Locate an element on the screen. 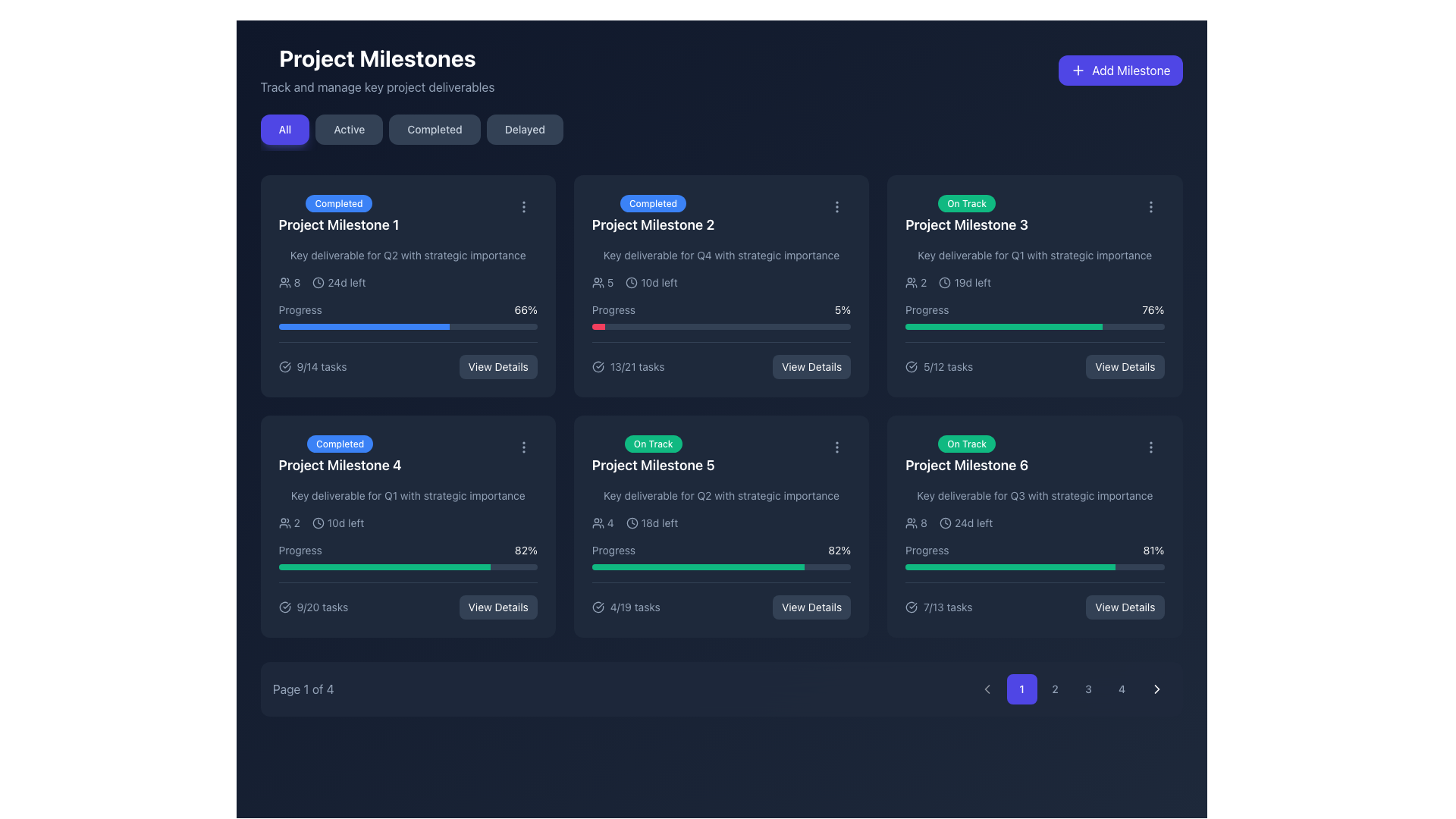  the circular checkmark icon within the 'Project Milestone 6' card, which features an outline design and is located adjacent to the '7/13 tasks' text is located at coordinates (911, 607).